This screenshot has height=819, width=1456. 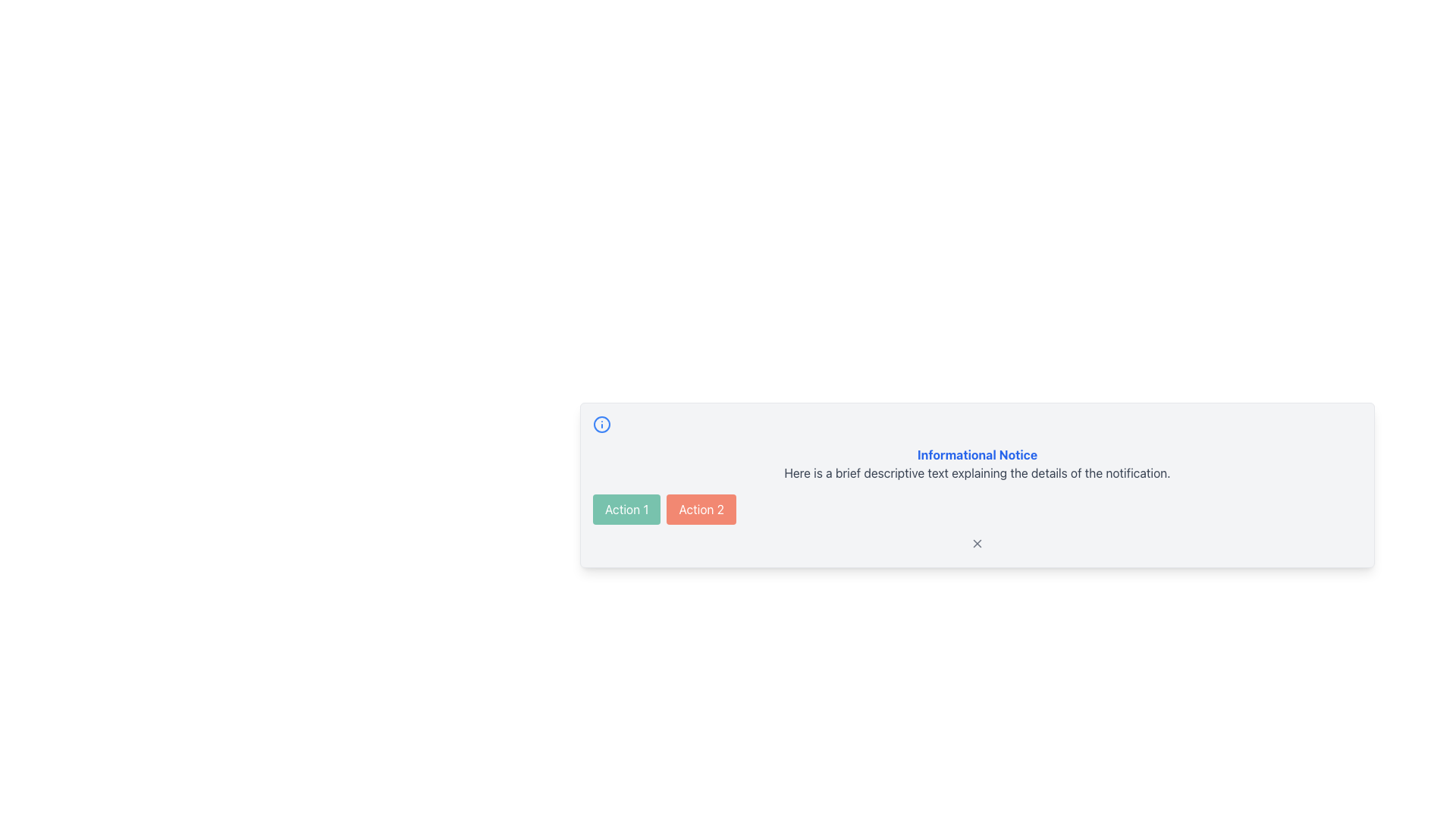 What do you see at coordinates (601, 424) in the screenshot?
I see `the circular blue informational icon containing an 'i' symbol, located at the upper-left corner of the notification card, above the 'Action 1' and 'Action 2' buttons` at bounding box center [601, 424].